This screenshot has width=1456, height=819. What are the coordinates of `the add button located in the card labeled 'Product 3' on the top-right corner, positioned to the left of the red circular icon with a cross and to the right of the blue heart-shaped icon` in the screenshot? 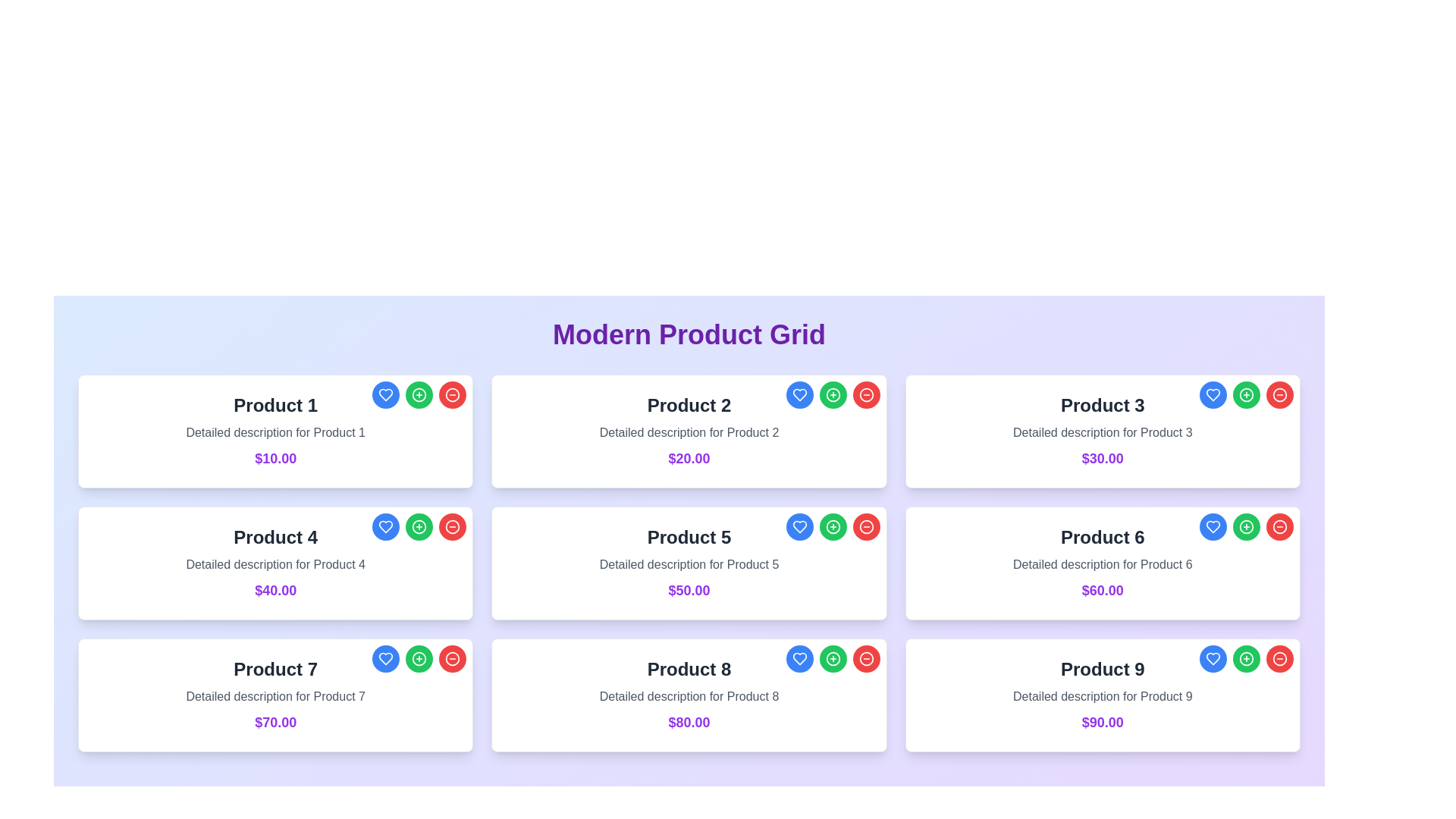 It's located at (1246, 394).